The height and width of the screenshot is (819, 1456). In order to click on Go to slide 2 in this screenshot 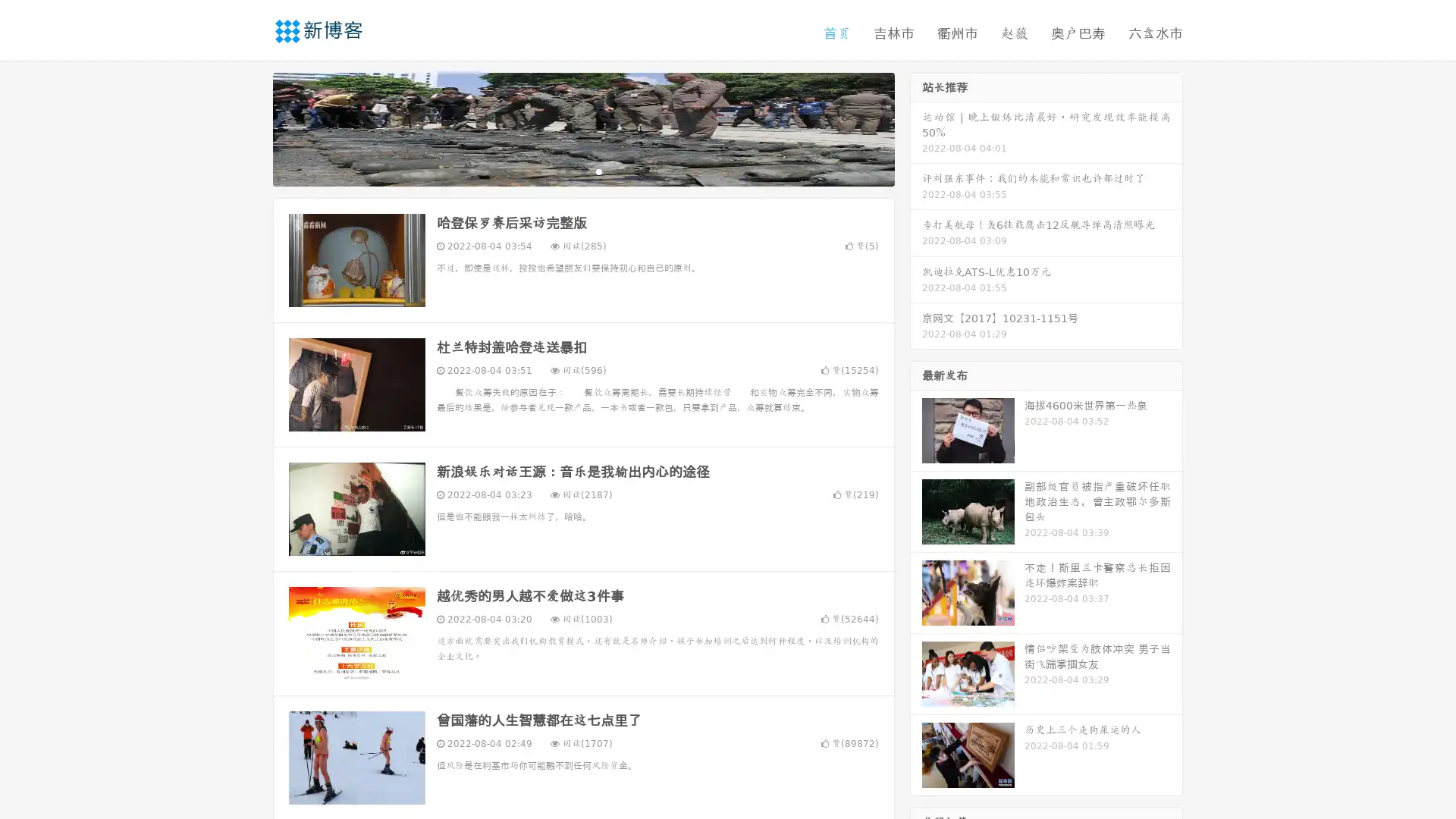, I will do `click(582, 171)`.